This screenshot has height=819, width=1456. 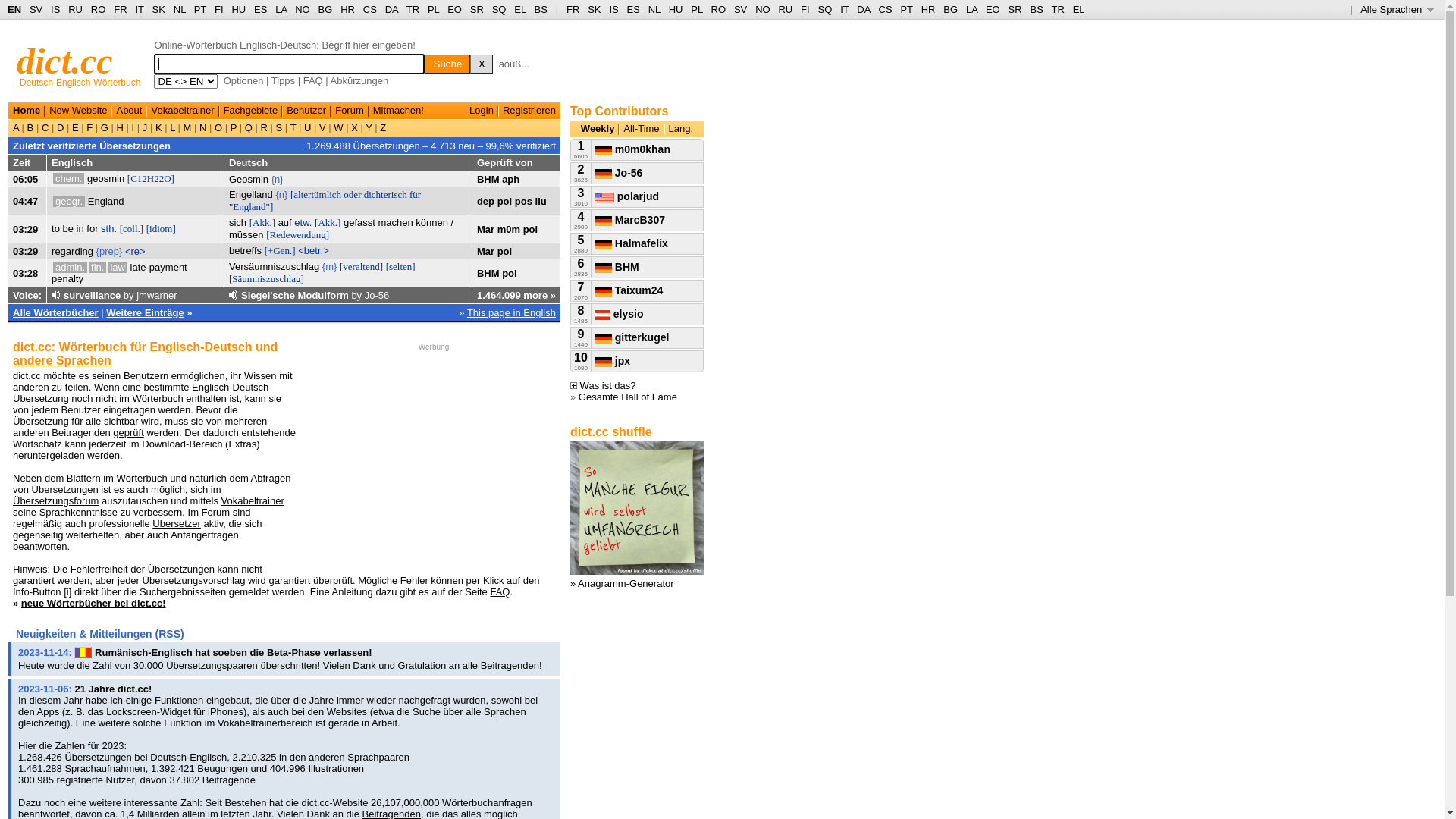 I want to click on 'm0m', so click(x=509, y=228).